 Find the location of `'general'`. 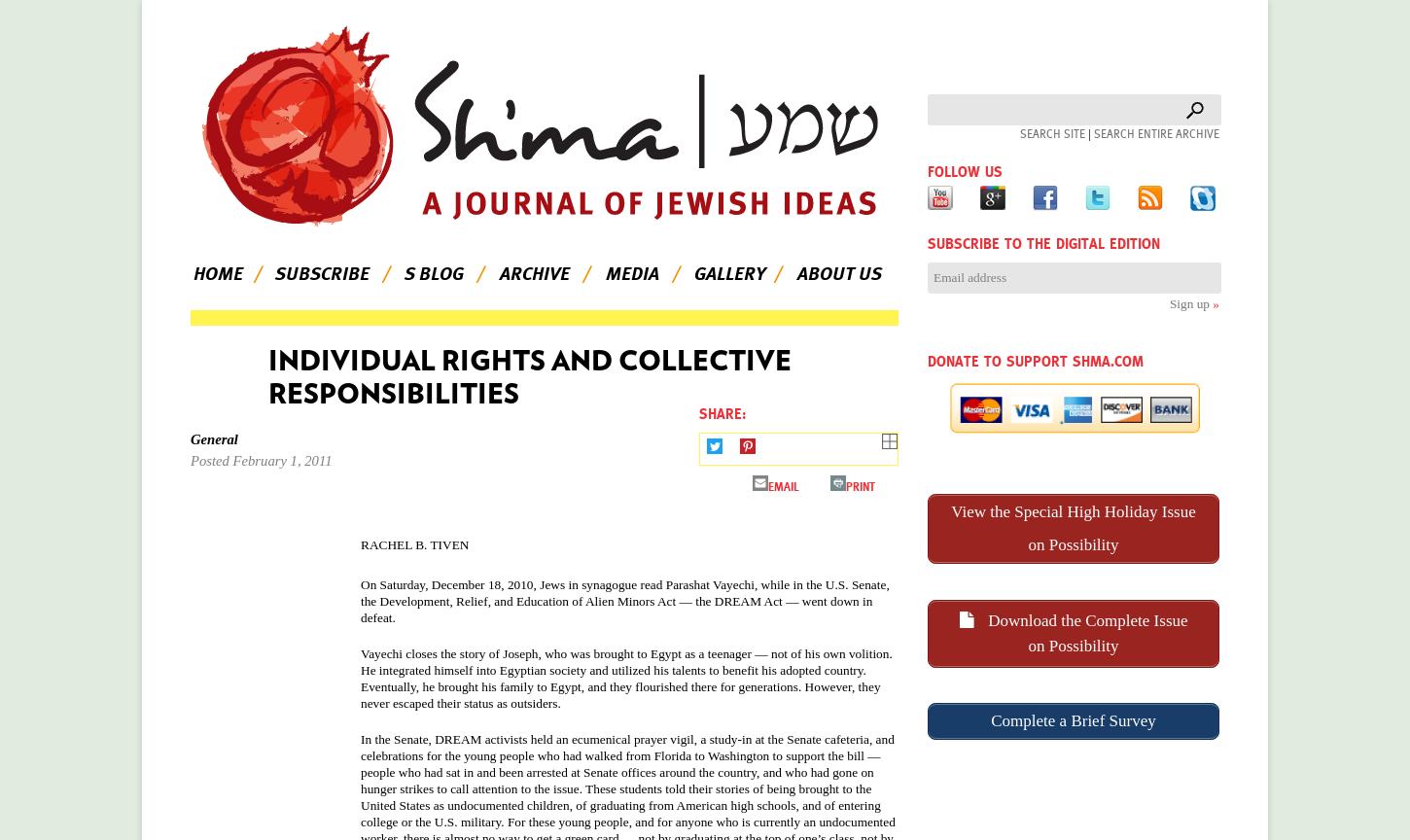

'general' is located at coordinates (212, 438).